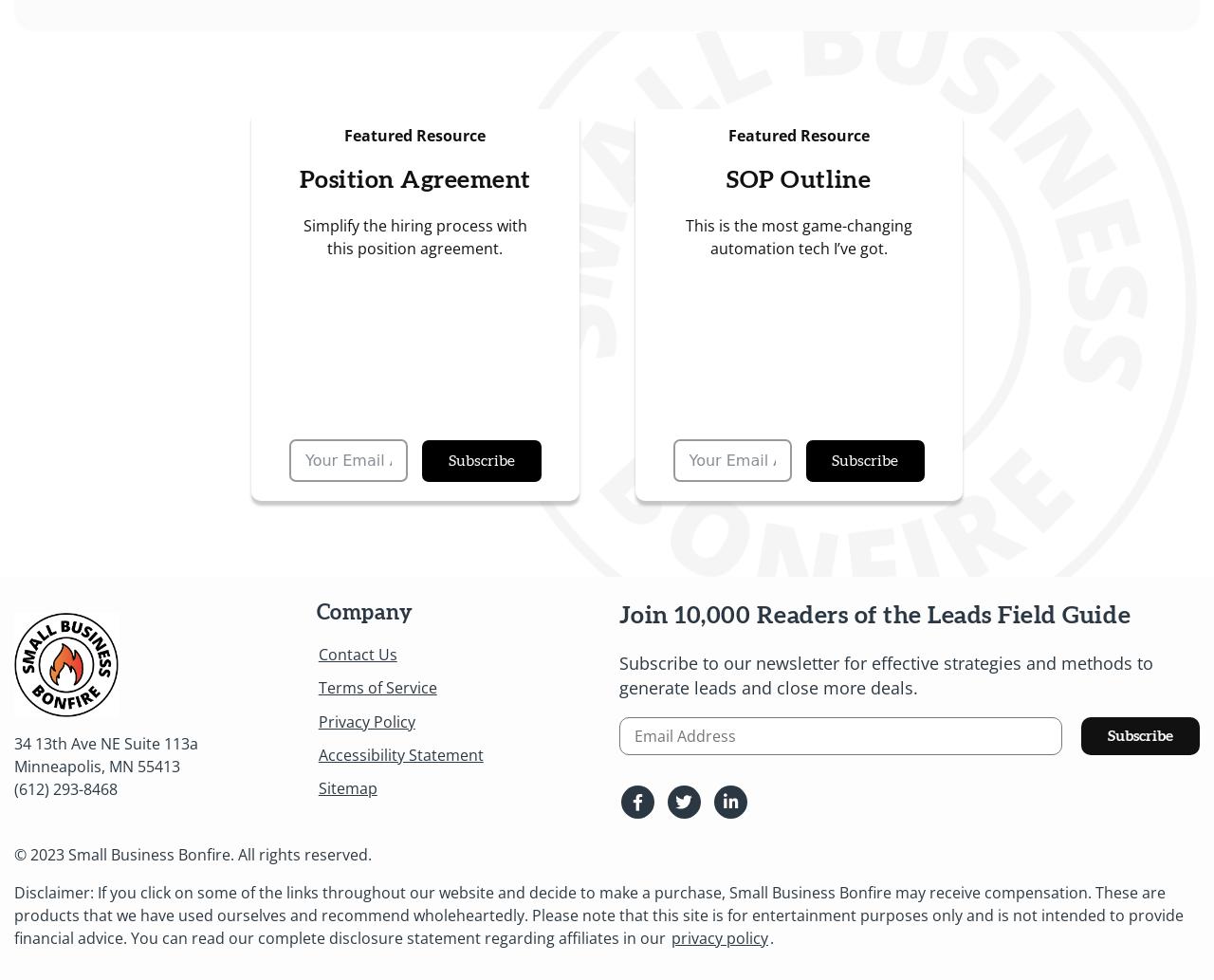 This screenshot has height=980, width=1214. I want to click on '© 2023 Small Business Bonfire. All rights reserved.', so click(193, 853).